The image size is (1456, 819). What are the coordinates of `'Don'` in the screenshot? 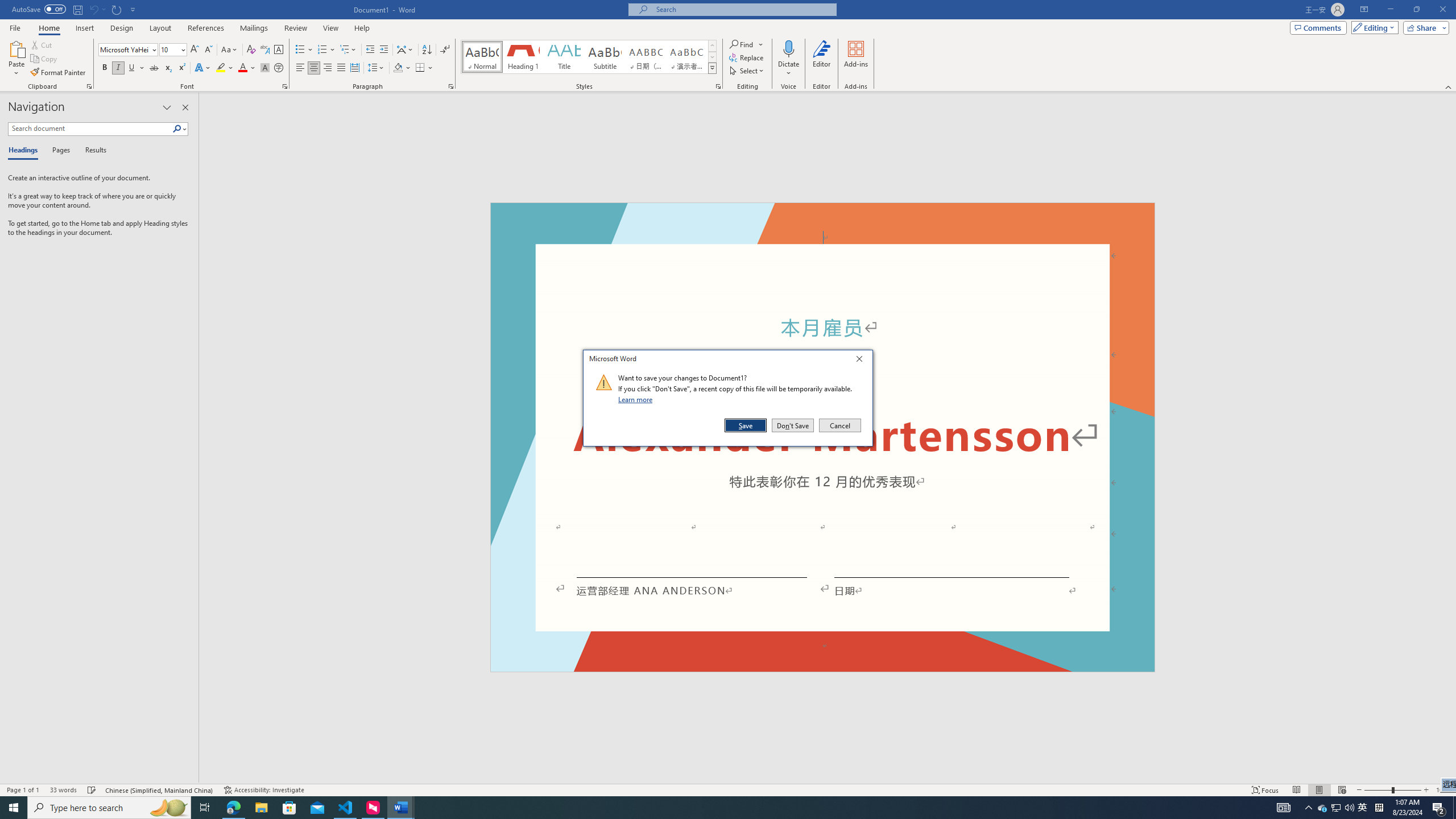 It's located at (792, 425).